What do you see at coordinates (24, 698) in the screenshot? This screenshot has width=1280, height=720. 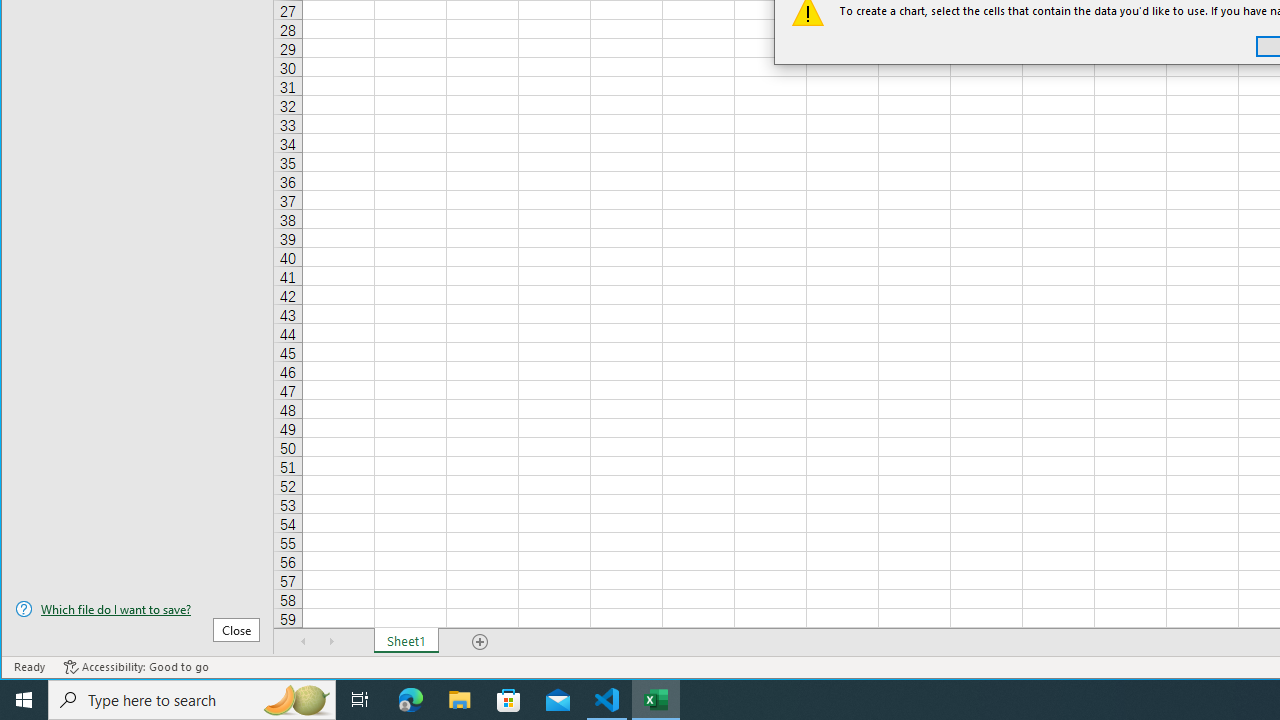 I see `'Start'` at bounding box center [24, 698].